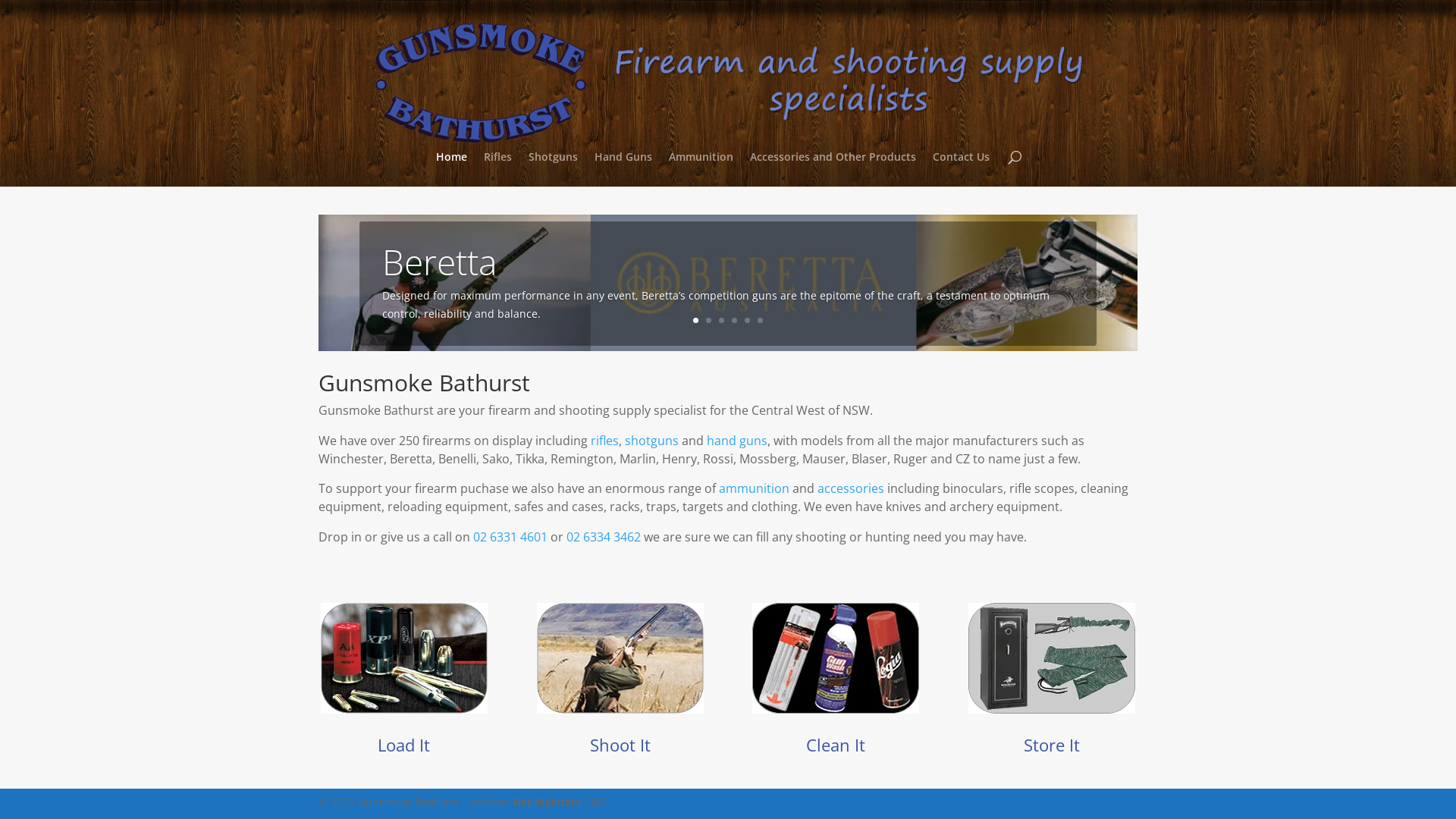 This screenshot has height=819, width=1456. What do you see at coordinates (546, 801) in the screenshot?
I see `'Net Maintain'` at bounding box center [546, 801].